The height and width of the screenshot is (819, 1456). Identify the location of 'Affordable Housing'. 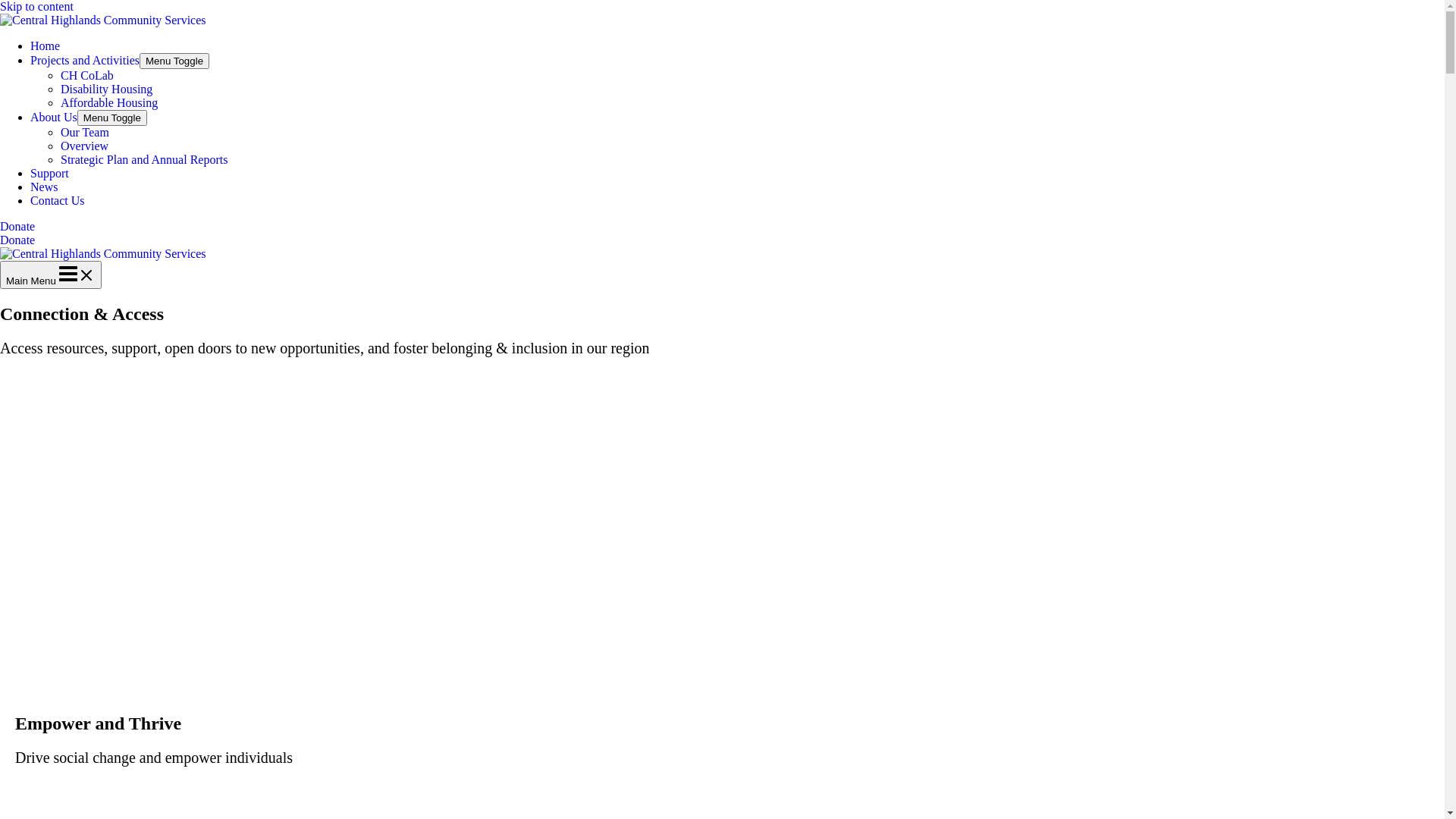
(108, 102).